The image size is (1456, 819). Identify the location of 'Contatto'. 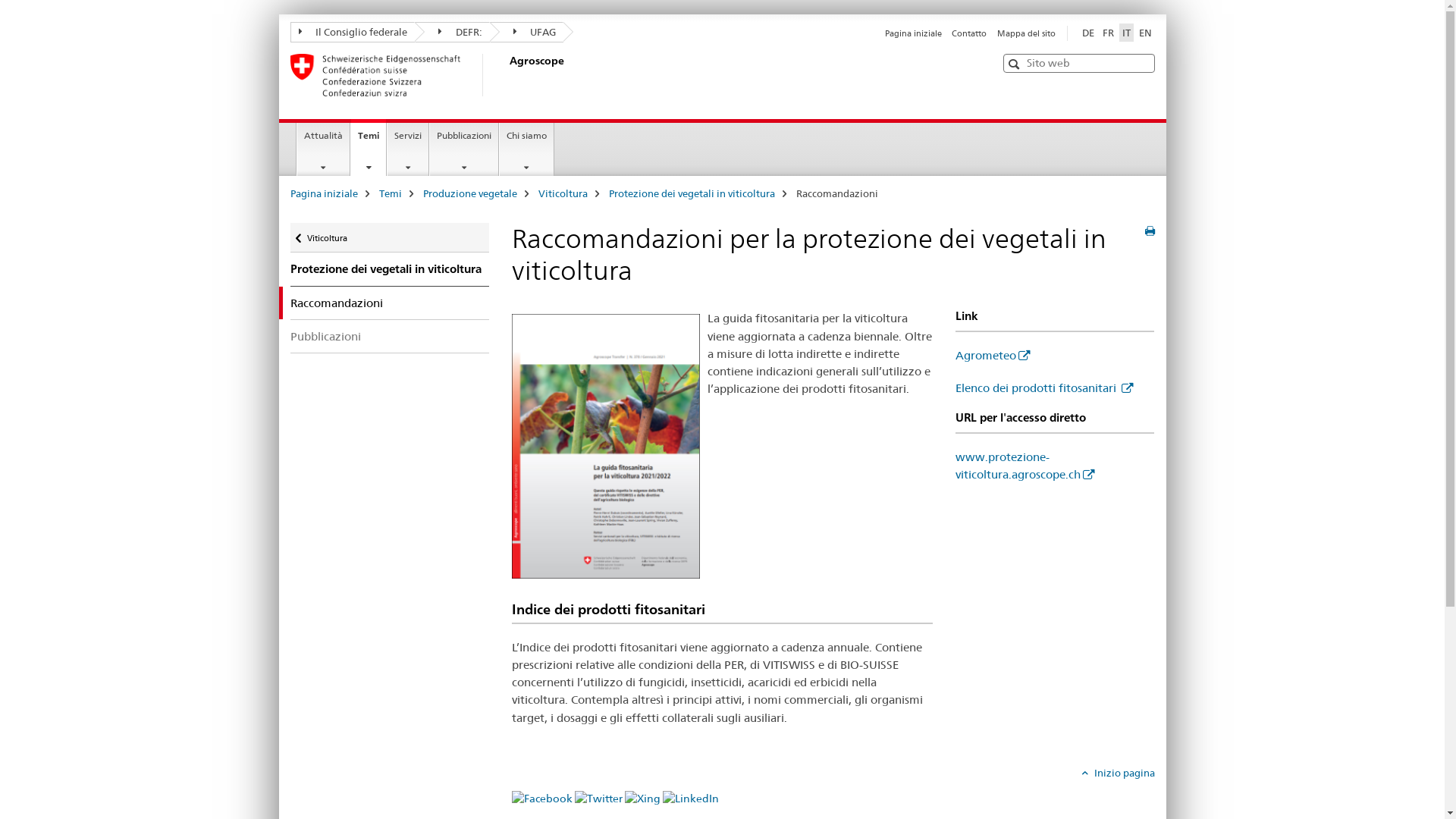
(968, 33).